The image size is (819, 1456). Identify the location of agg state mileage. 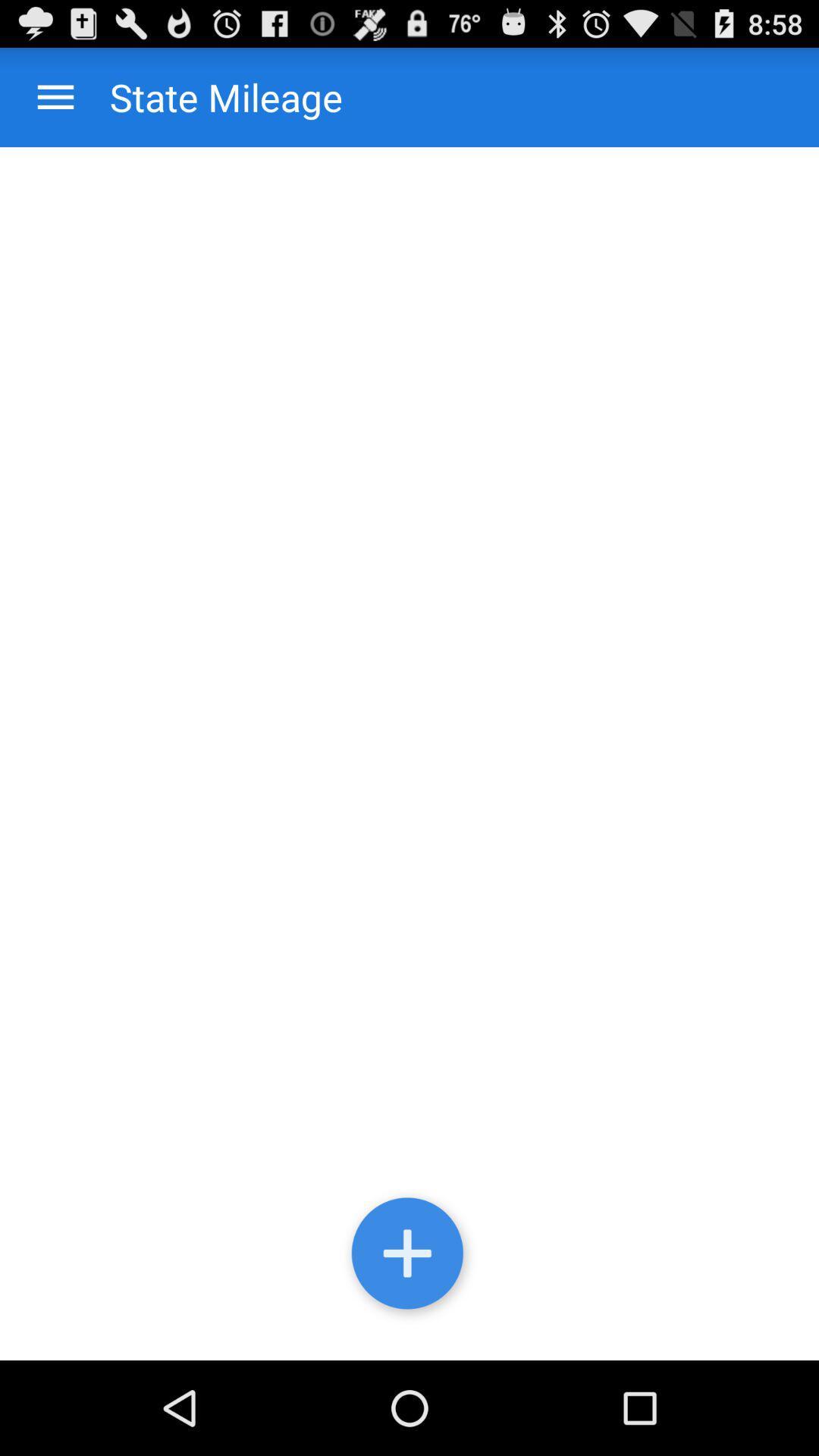
(409, 1257).